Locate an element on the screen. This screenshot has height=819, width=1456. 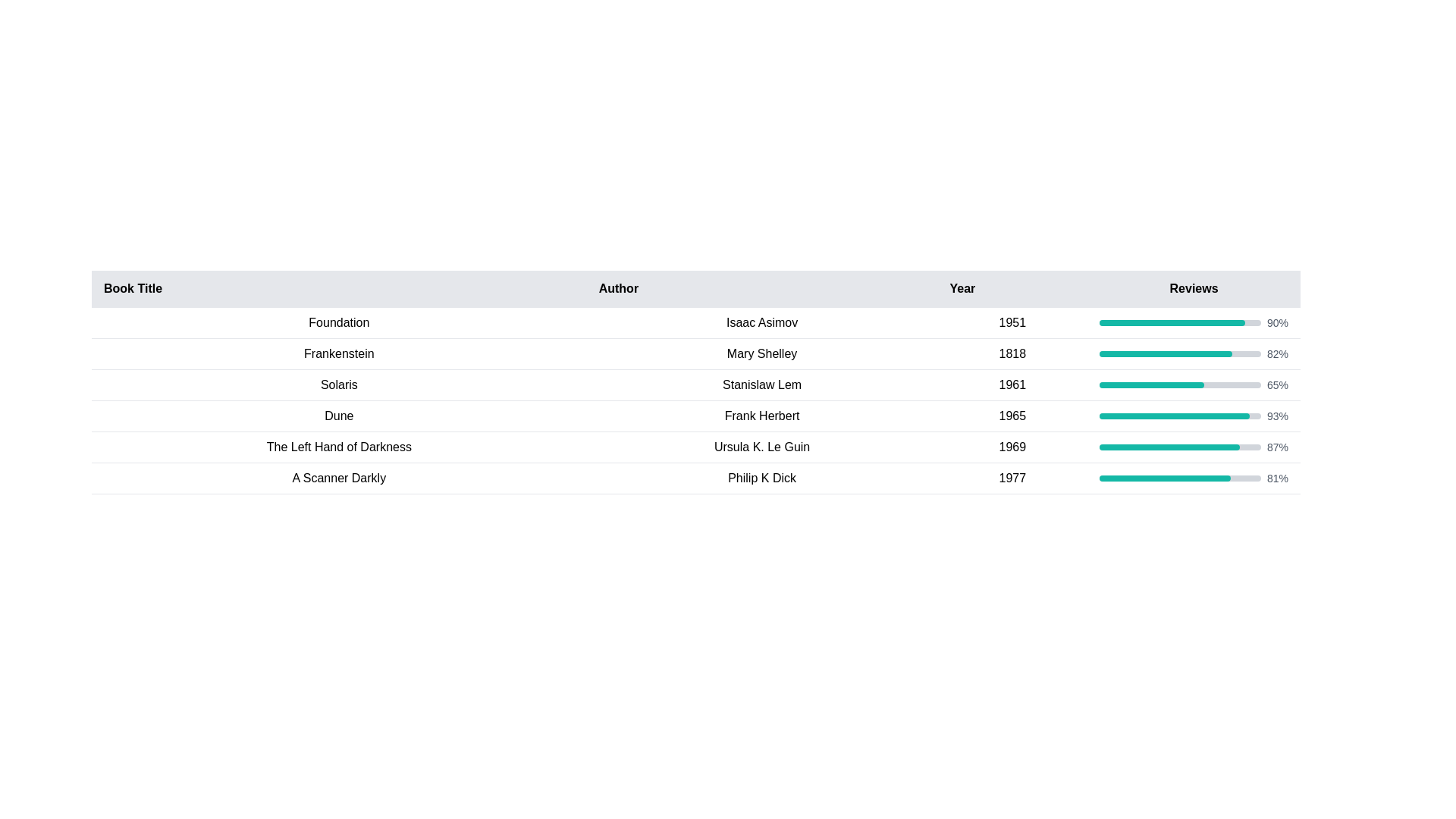
the first row of the table displaying book details by tabbing to it is located at coordinates (695, 322).